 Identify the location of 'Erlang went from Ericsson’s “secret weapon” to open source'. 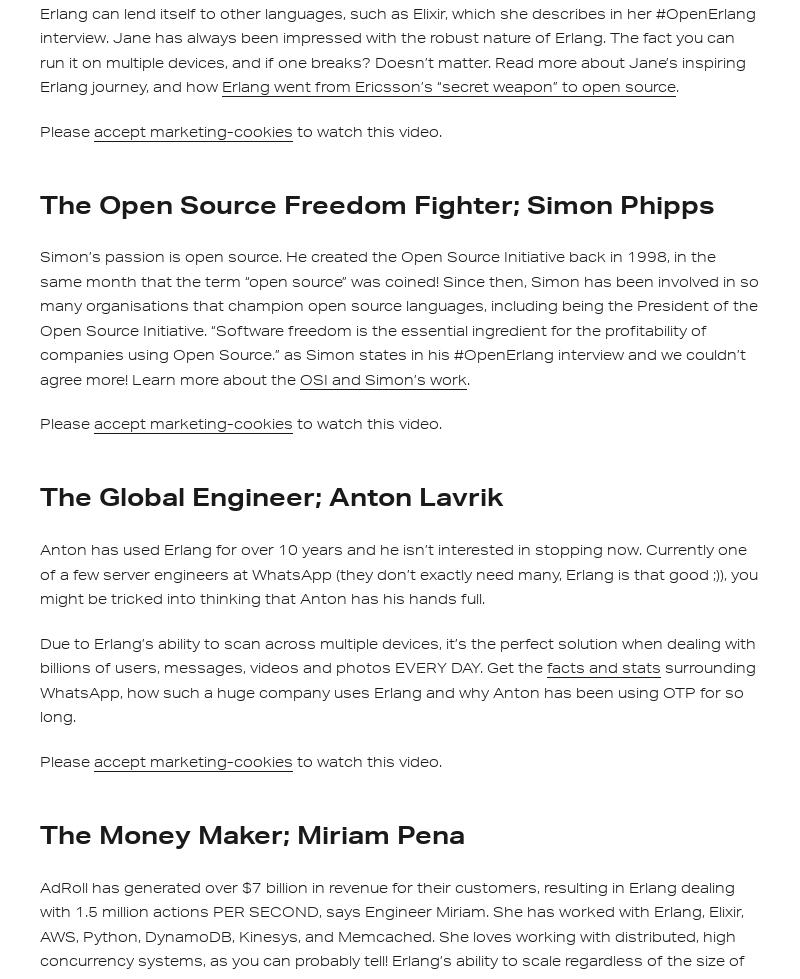
(448, 87).